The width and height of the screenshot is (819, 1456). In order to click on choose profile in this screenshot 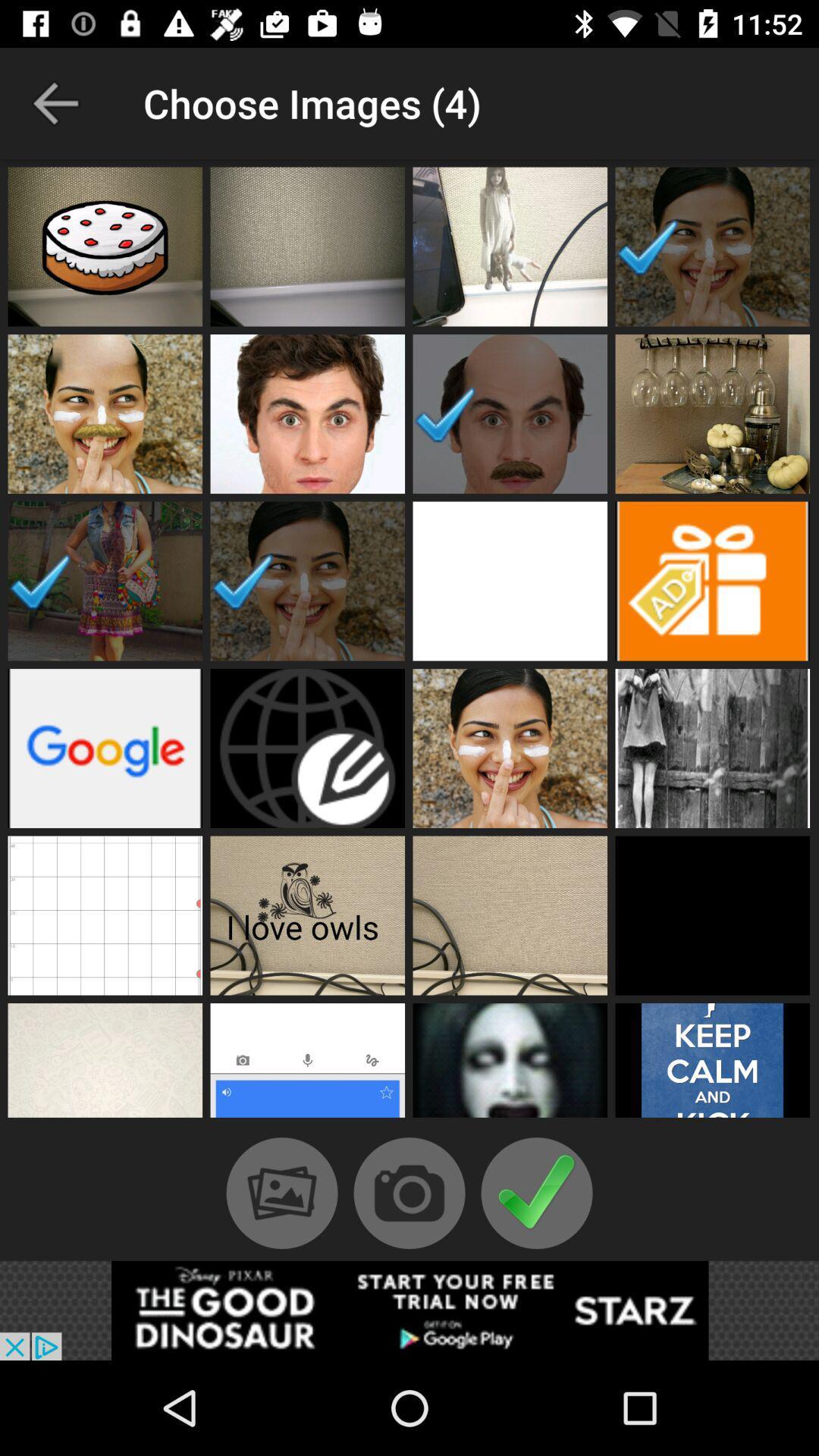, I will do `click(307, 414)`.